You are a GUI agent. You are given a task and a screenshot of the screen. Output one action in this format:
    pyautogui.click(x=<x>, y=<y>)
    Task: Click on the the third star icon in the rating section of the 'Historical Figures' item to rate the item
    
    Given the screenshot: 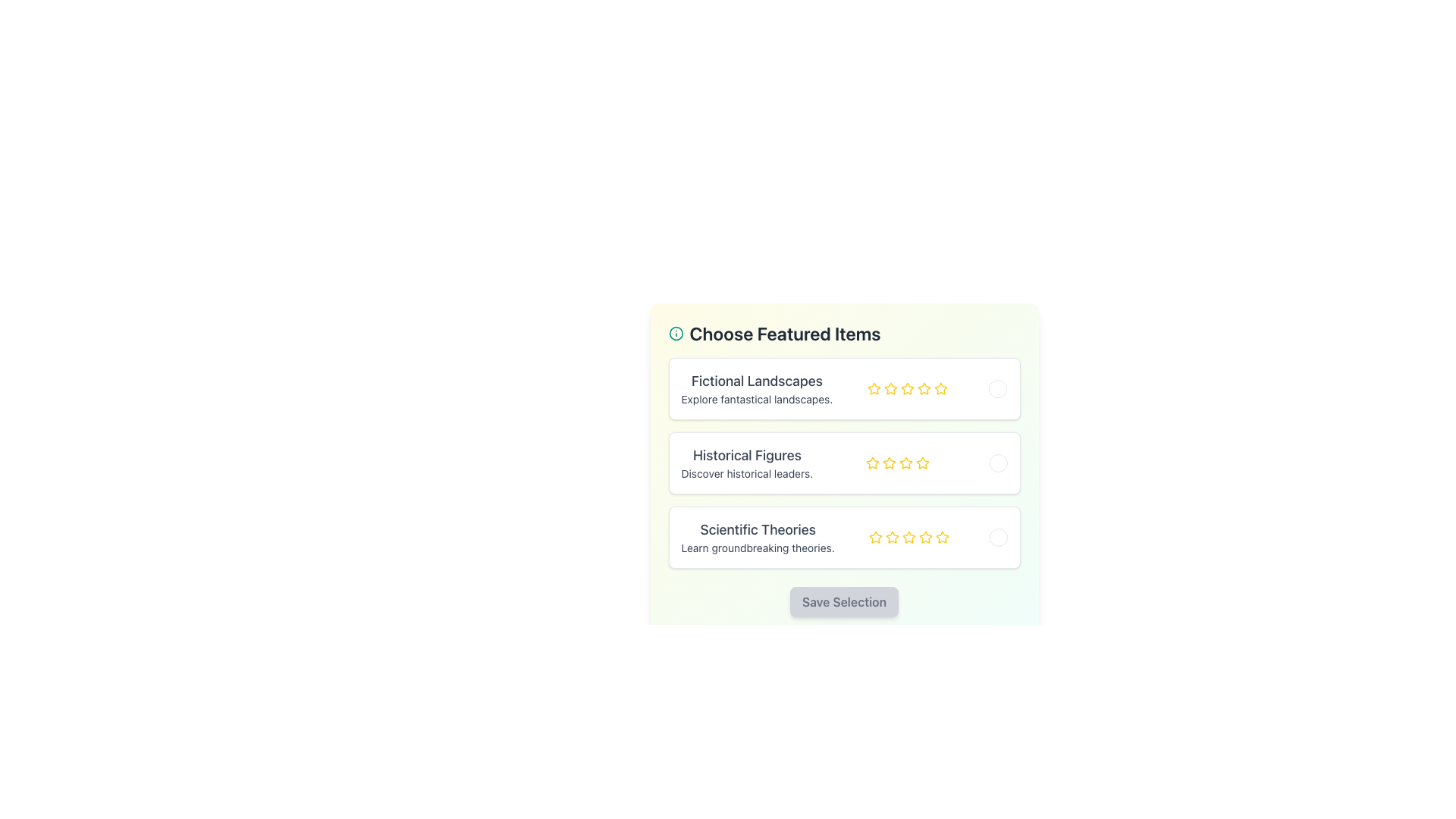 What is the action you would take?
    pyautogui.click(x=906, y=462)
    